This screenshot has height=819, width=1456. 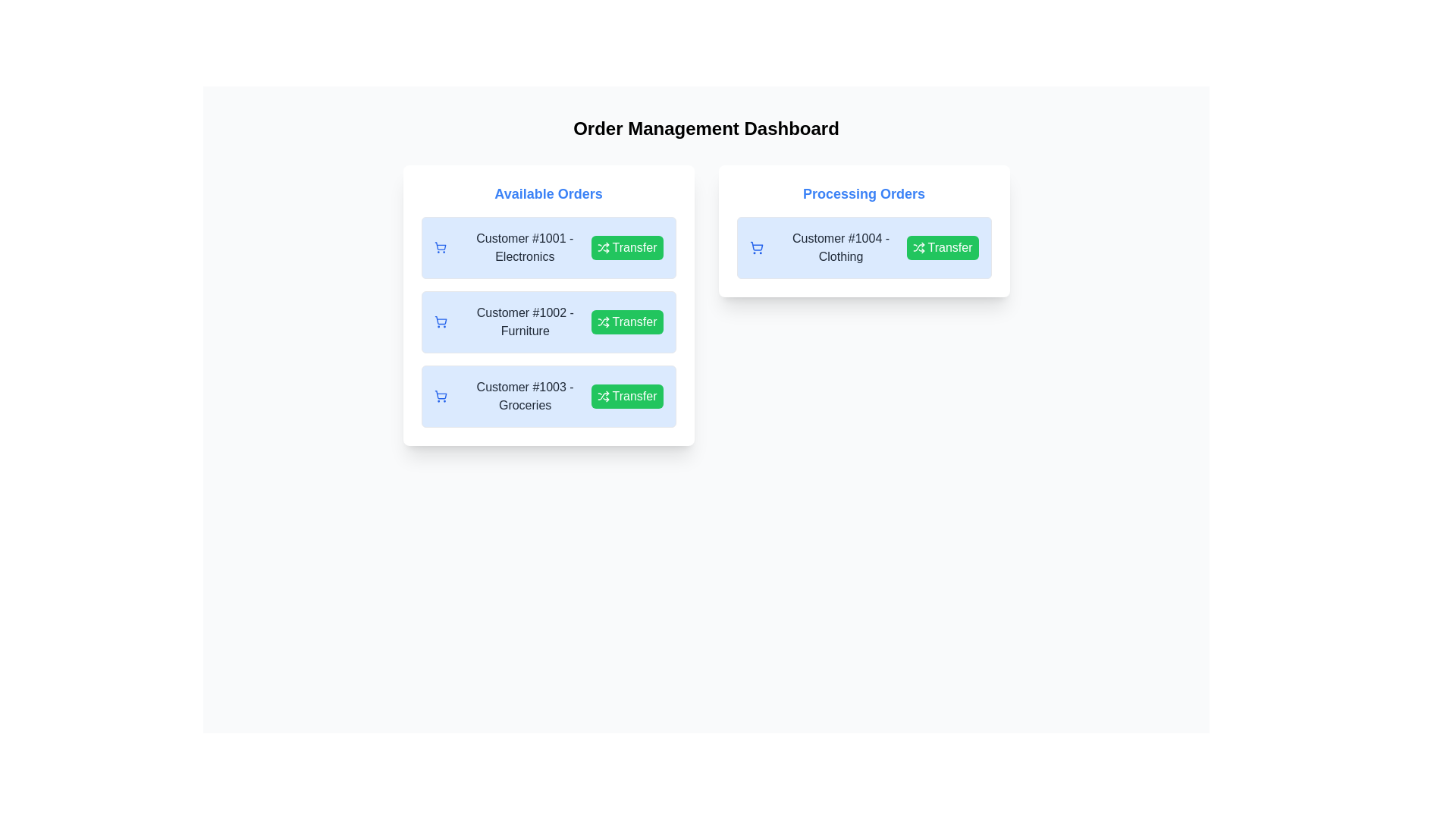 I want to click on the blue shopping cart icon located to the left of the text 'Customer #1002 - Furniture' in the 'Available Orders' section, so click(x=440, y=321).